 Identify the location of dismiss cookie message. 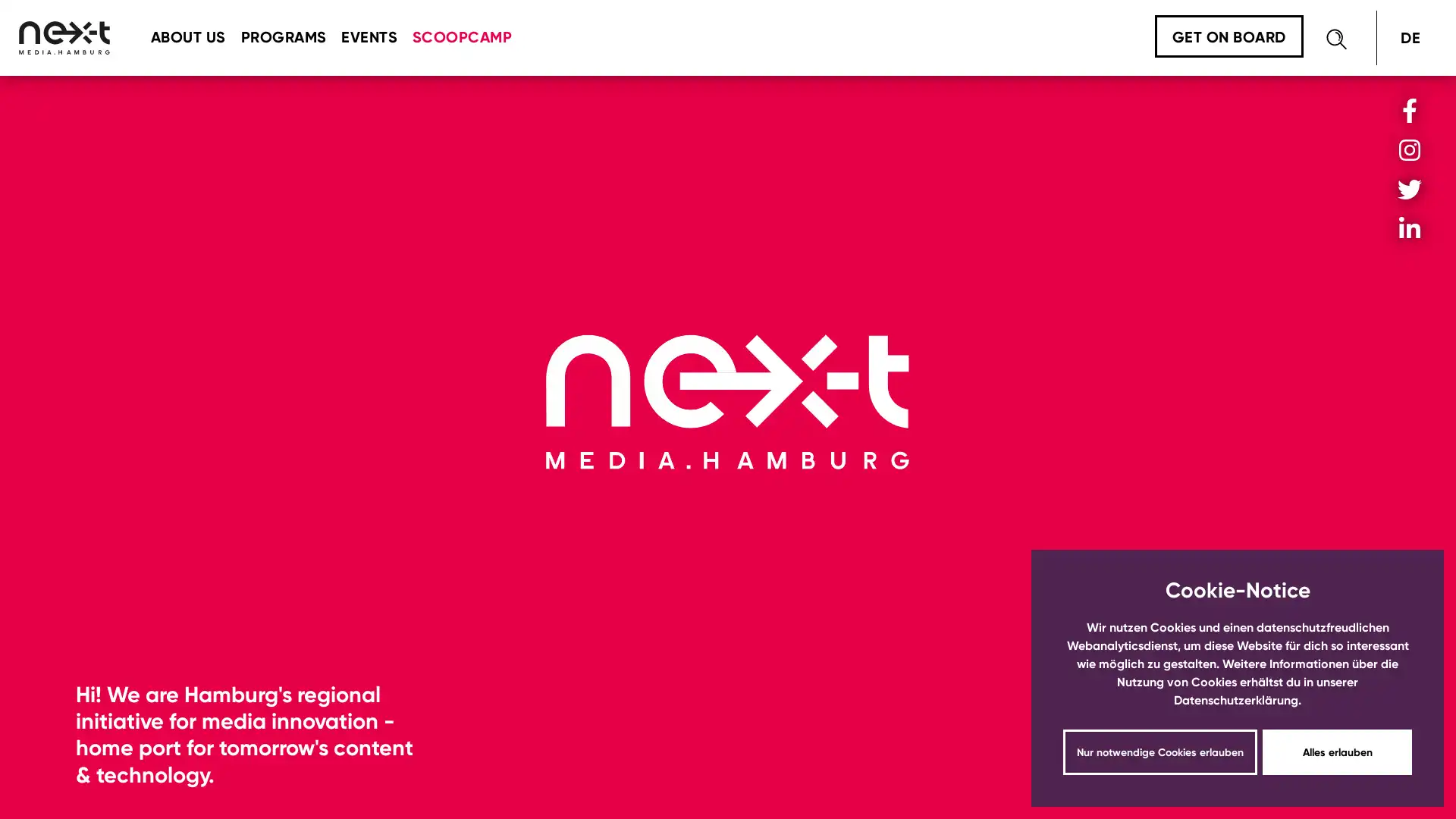
(1337, 752).